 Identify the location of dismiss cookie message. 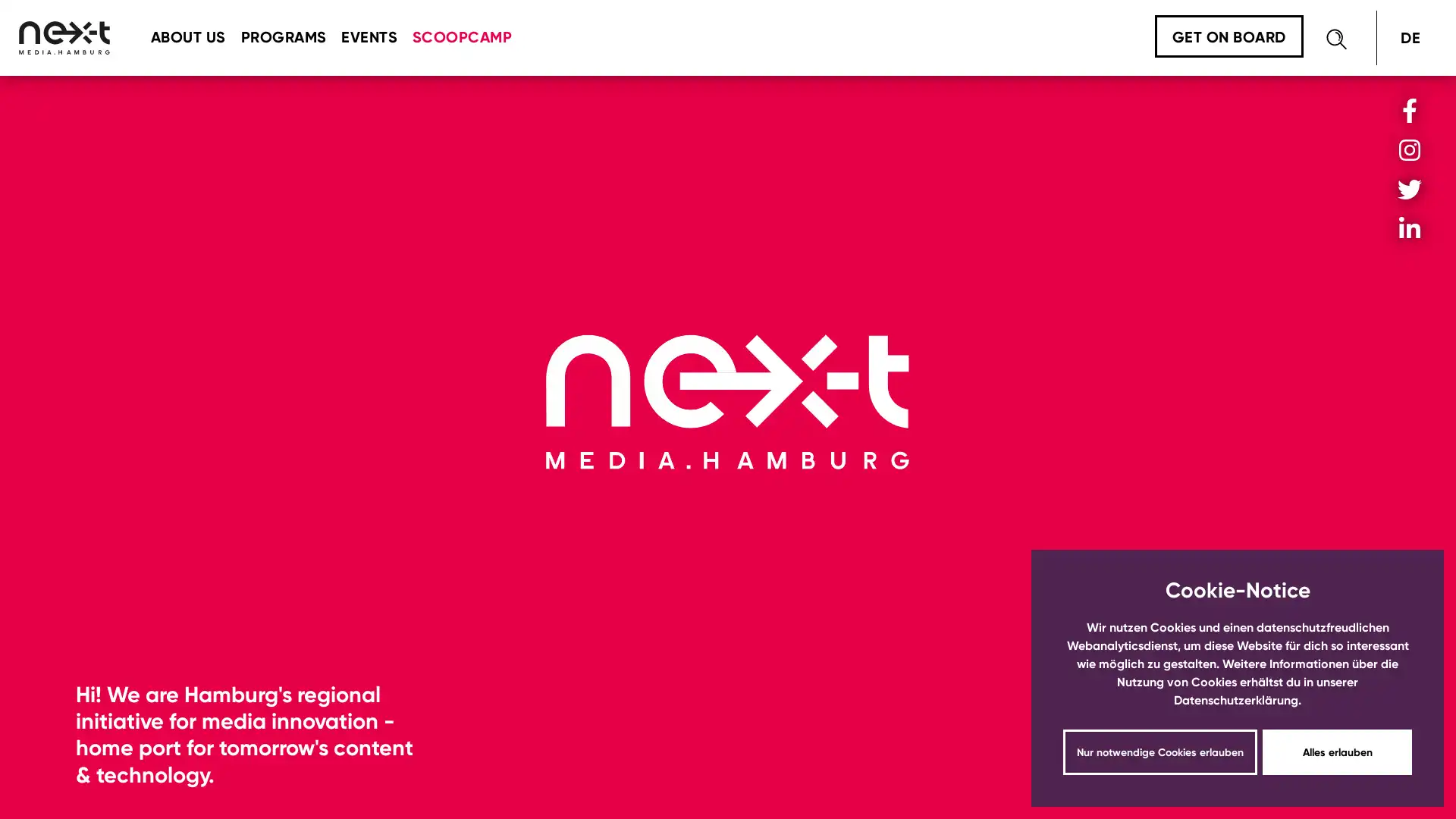
(1337, 752).